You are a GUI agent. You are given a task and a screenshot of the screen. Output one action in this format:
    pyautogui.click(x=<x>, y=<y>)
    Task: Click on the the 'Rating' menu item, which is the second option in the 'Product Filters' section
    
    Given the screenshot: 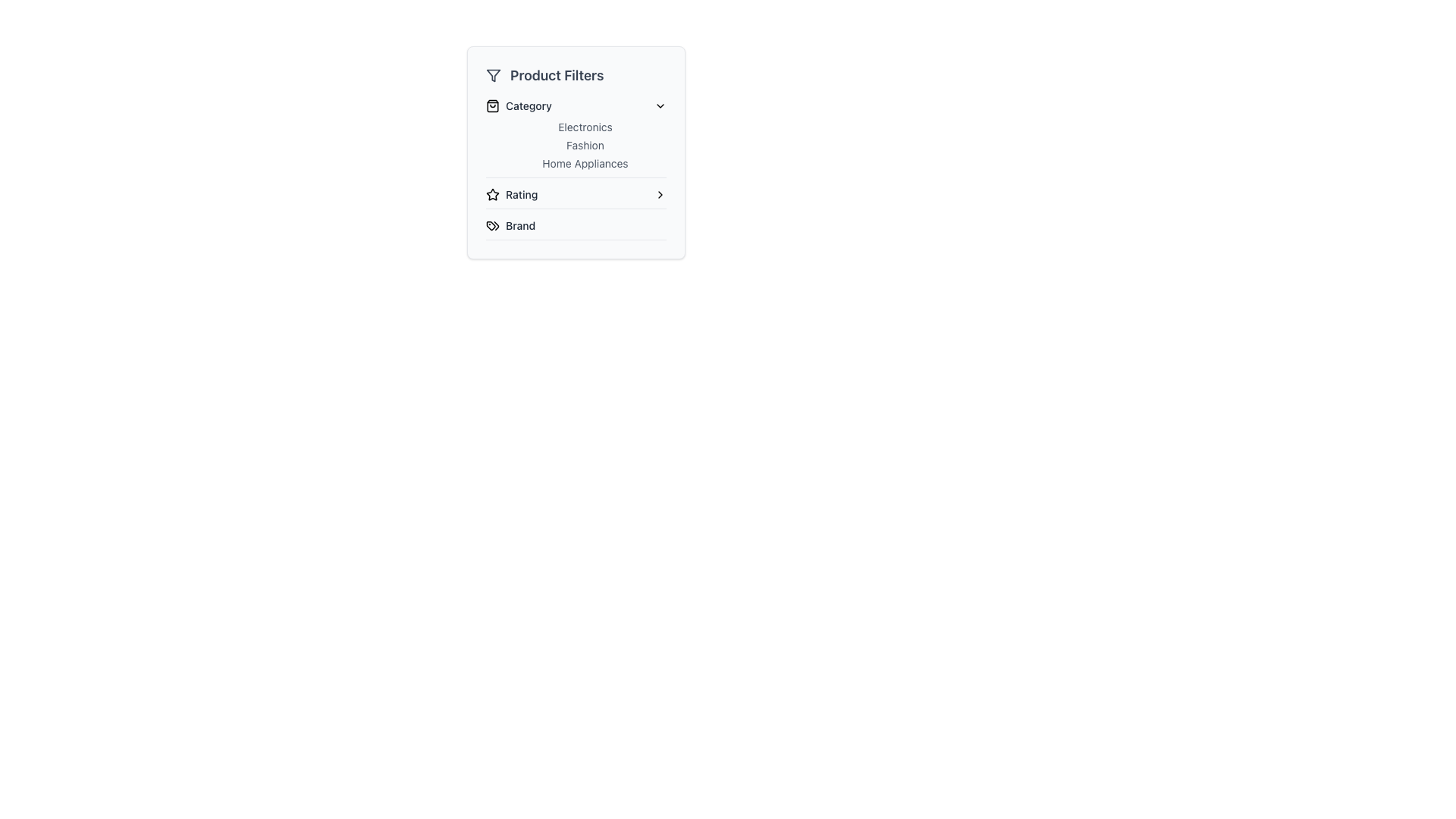 What is the action you would take?
    pyautogui.click(x=575, y=197)
    